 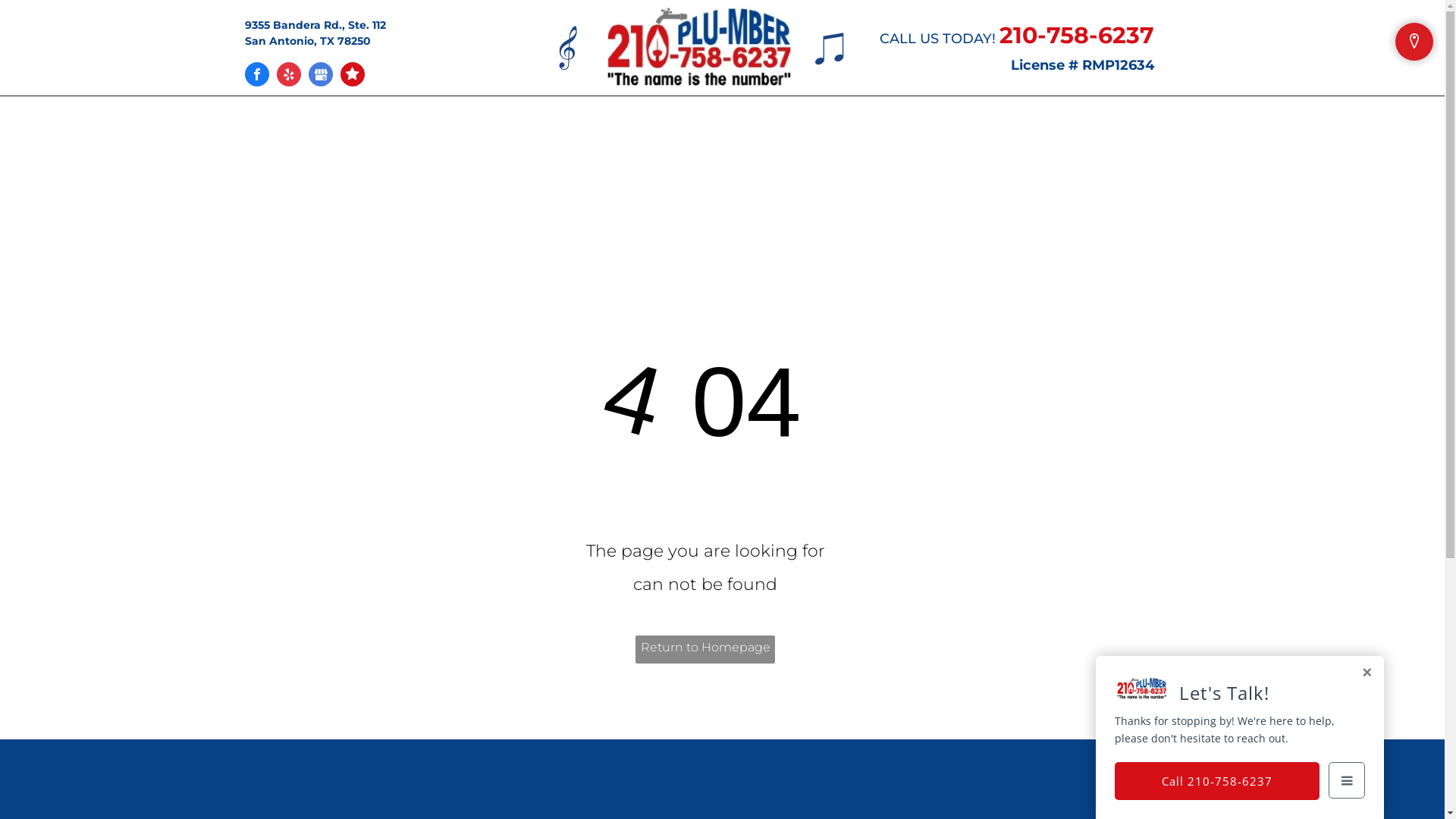 I want to click on 'San Antonio, TX 78250', so click(x=306, y=40).